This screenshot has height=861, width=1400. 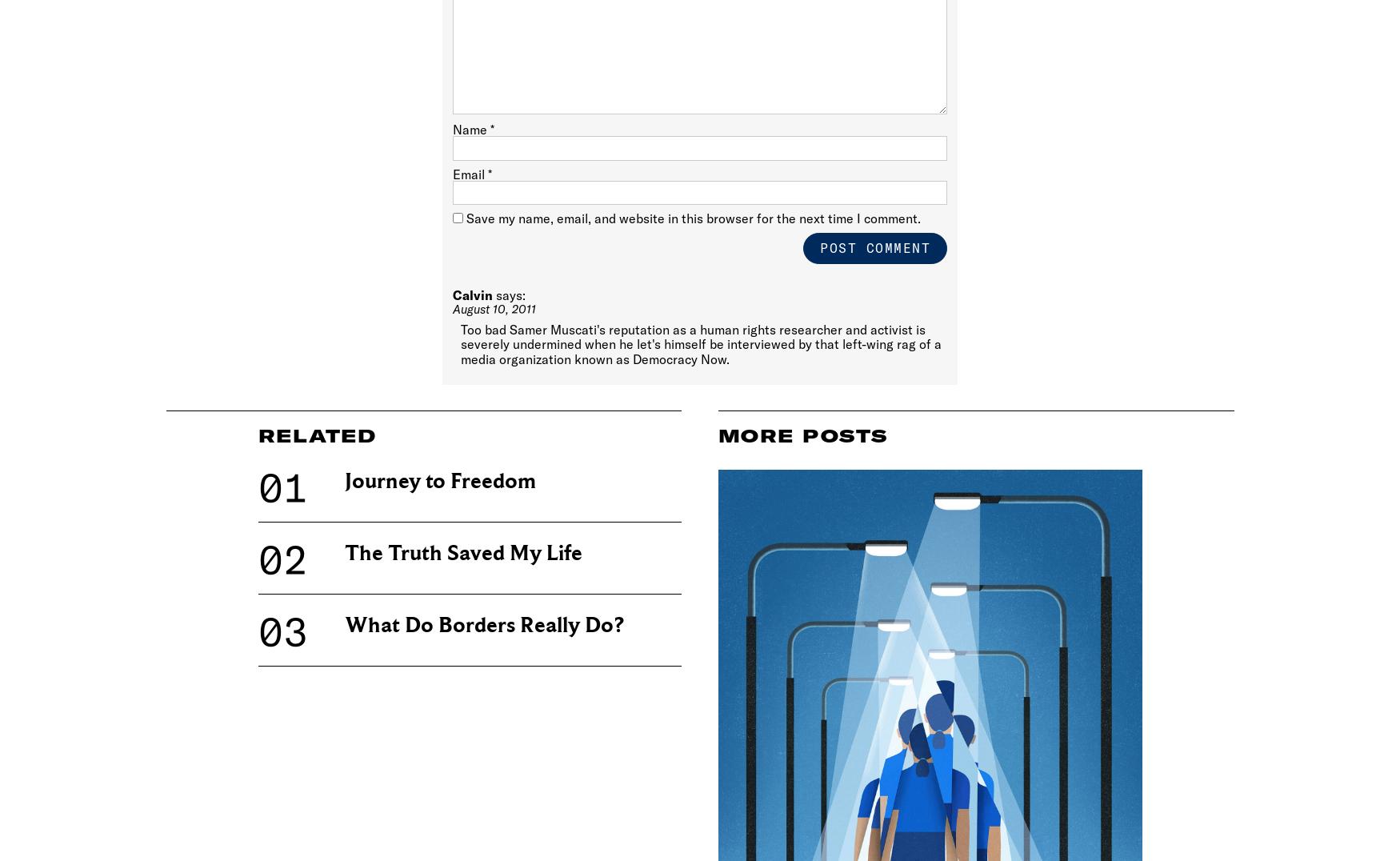 I want to click on 'Email', so click(x=469, y=173).